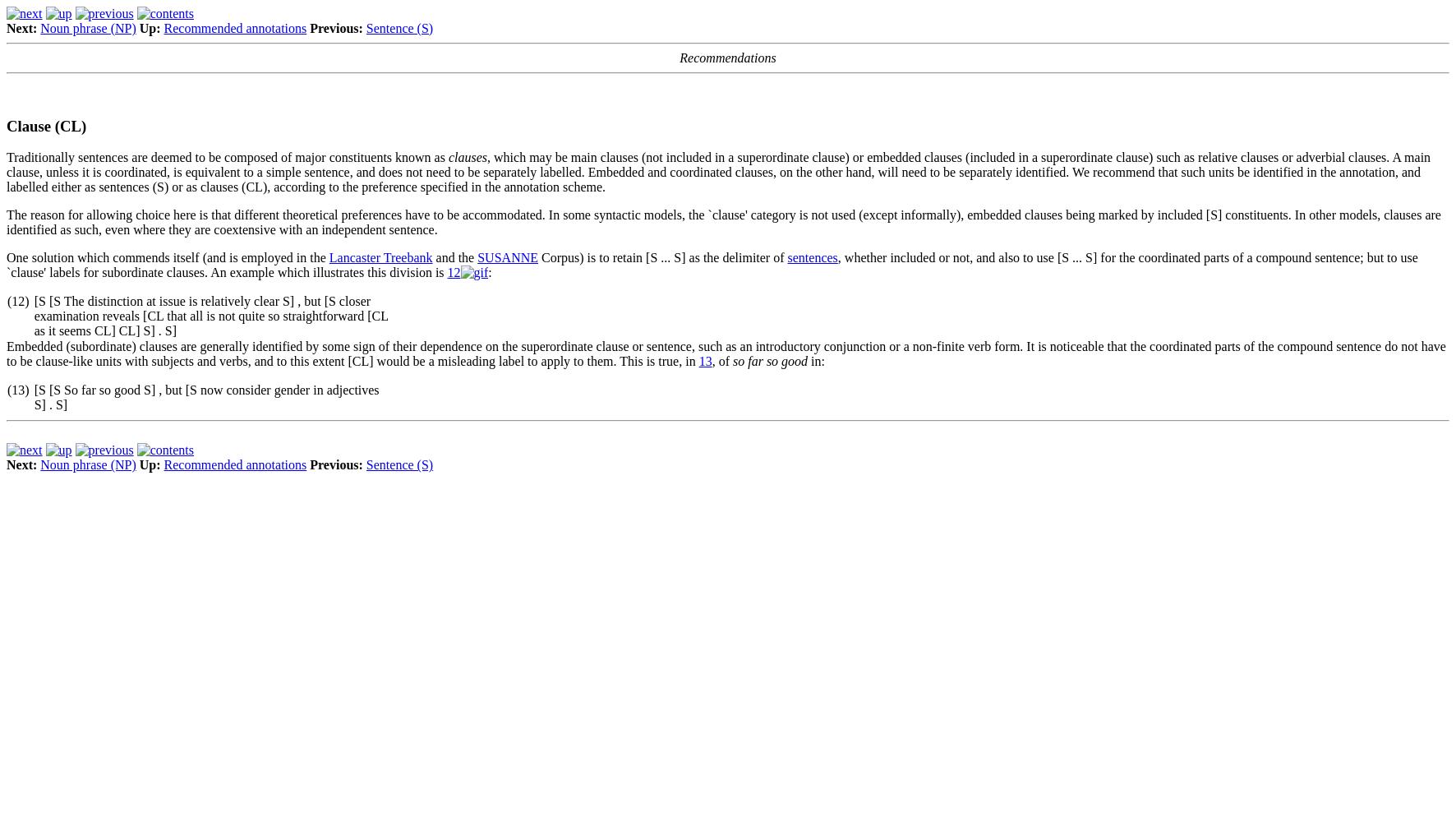 The width and height of the screenshot is (1456, 822). What do you see at coordinates (662, 256) in the screenshot?
I see `'Corpus) is to retain

[S ... S] as the delimiter of'` at bounding box center [662, 256].